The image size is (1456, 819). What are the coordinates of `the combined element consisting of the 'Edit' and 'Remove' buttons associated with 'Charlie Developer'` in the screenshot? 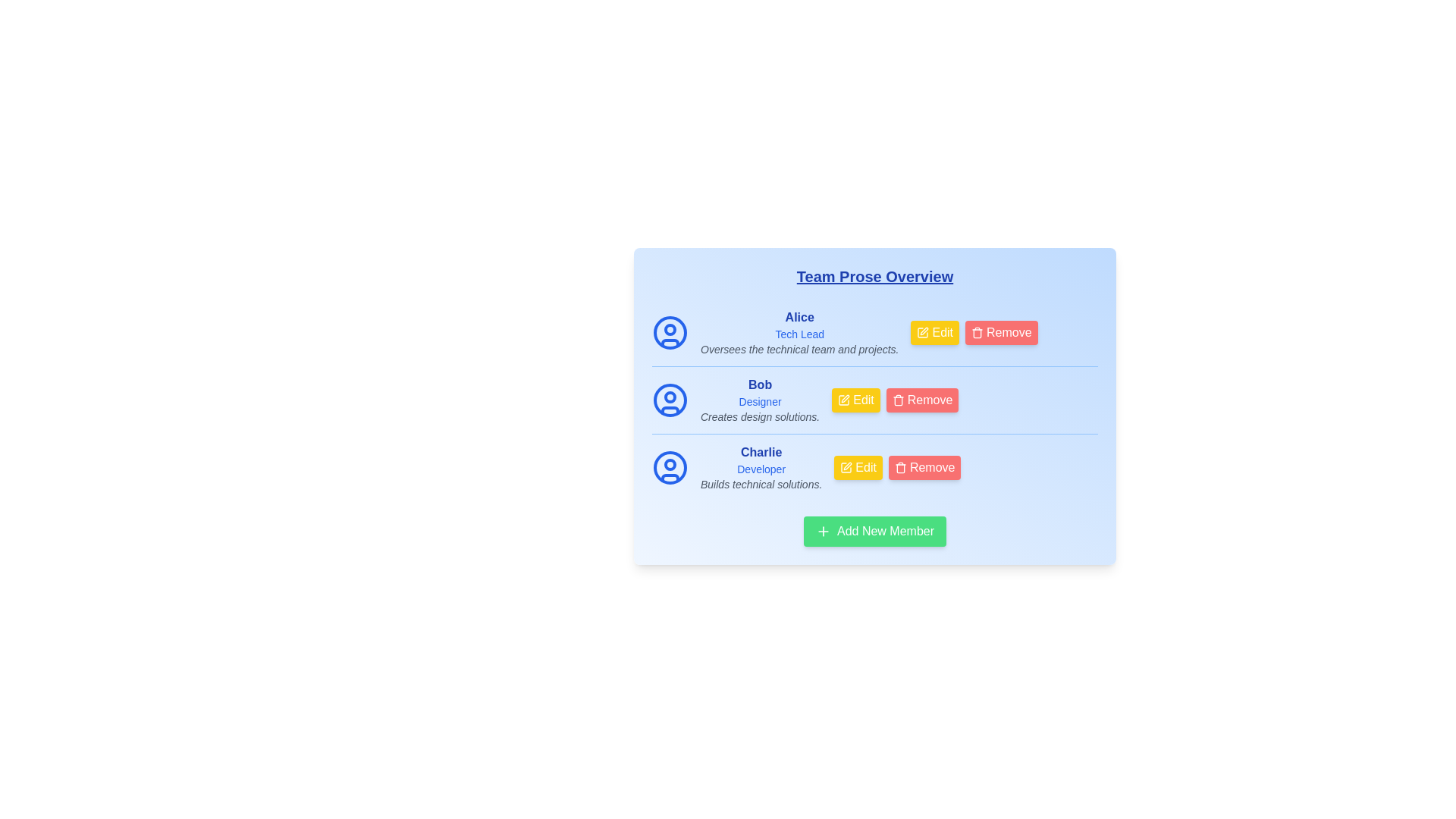 It's located at (897, 467).